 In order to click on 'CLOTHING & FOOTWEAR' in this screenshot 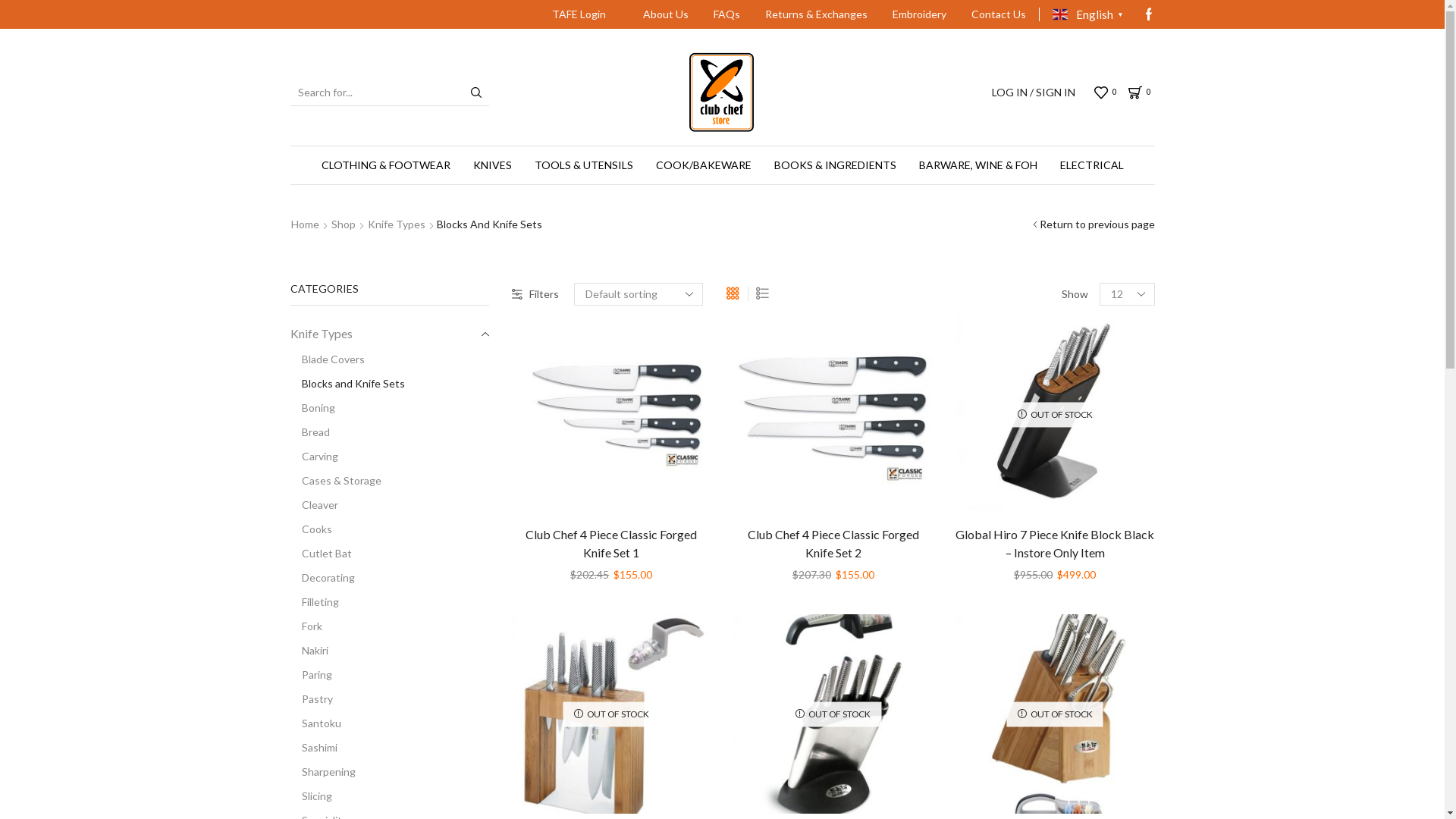, I will do `click(385, 165)`.